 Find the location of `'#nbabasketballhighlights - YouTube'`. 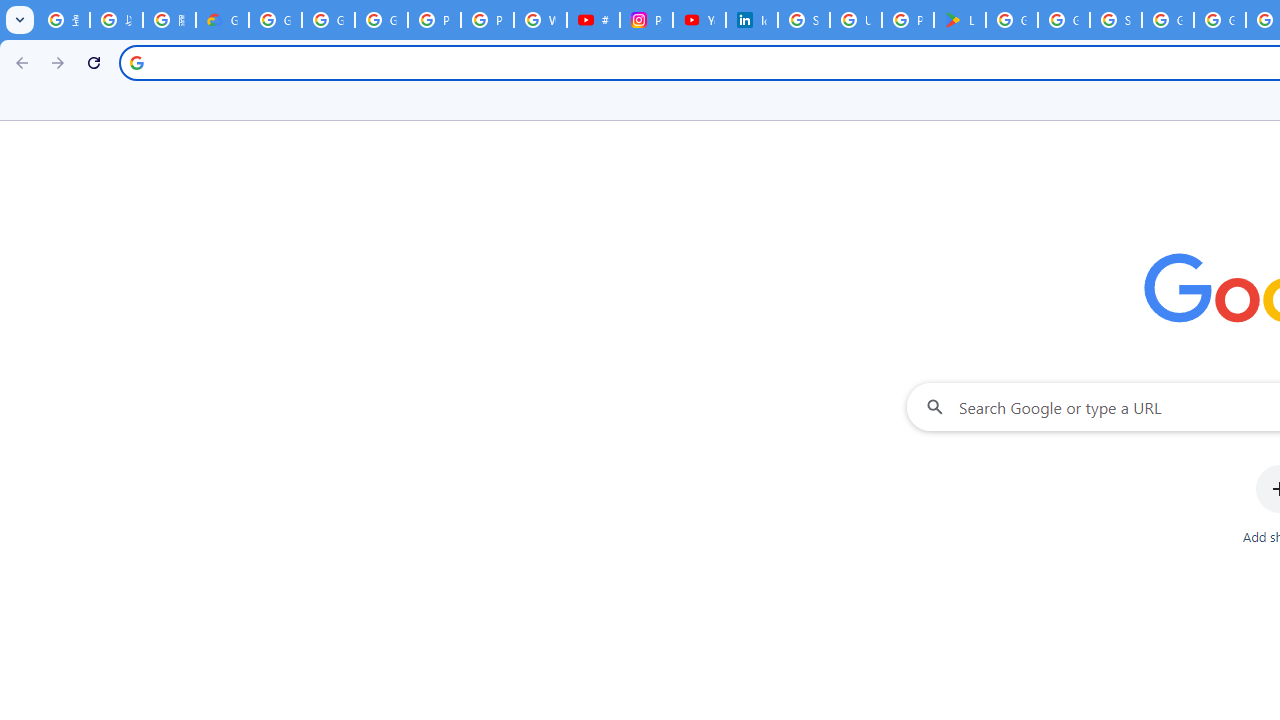

'#nbabasketballhighlights - YouTube' is located at coordinates (592, 20).